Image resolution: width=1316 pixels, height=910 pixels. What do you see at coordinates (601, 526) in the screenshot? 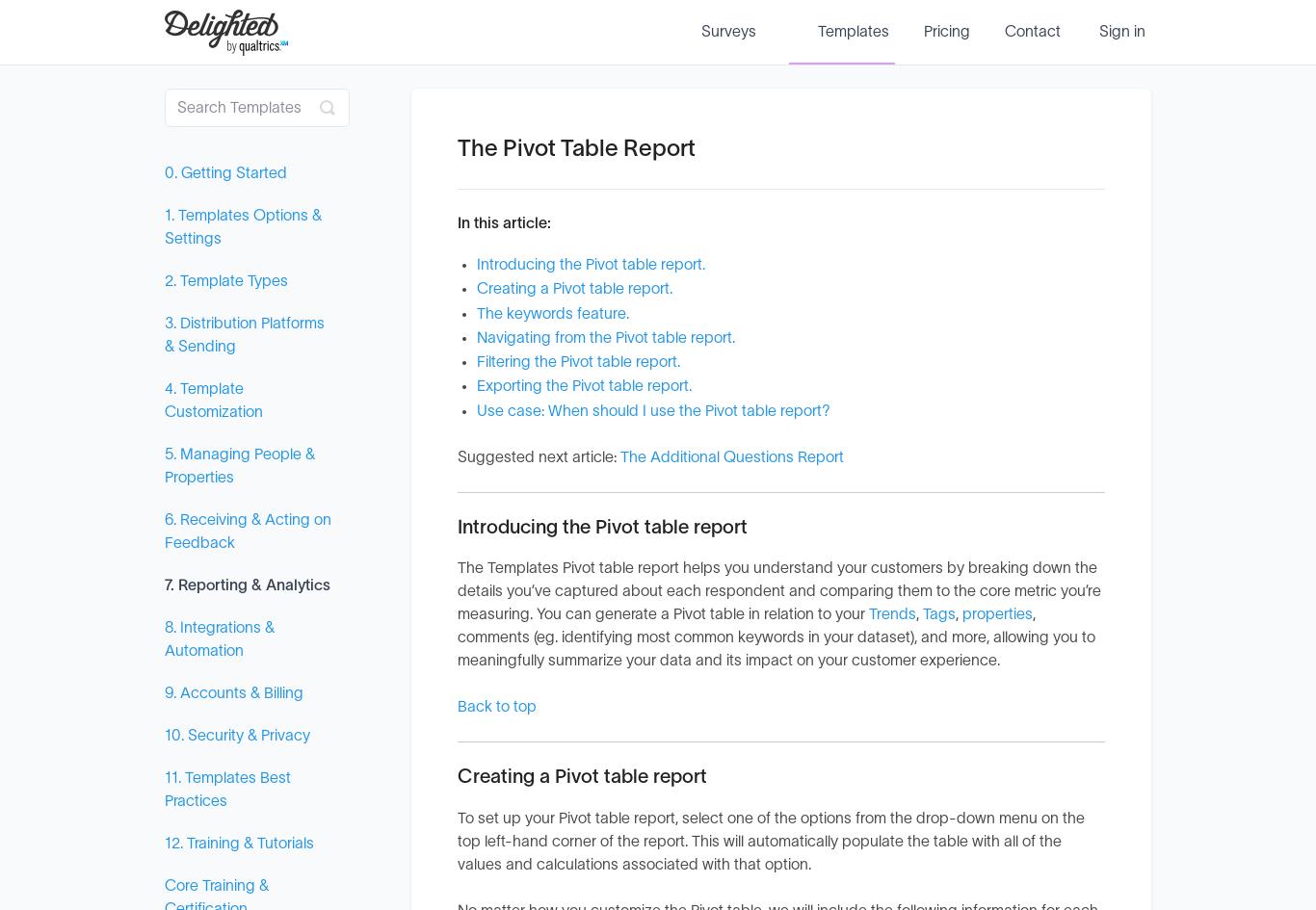
I see `'Introducing the Pivot table report'` at bounding box center [601, 526].